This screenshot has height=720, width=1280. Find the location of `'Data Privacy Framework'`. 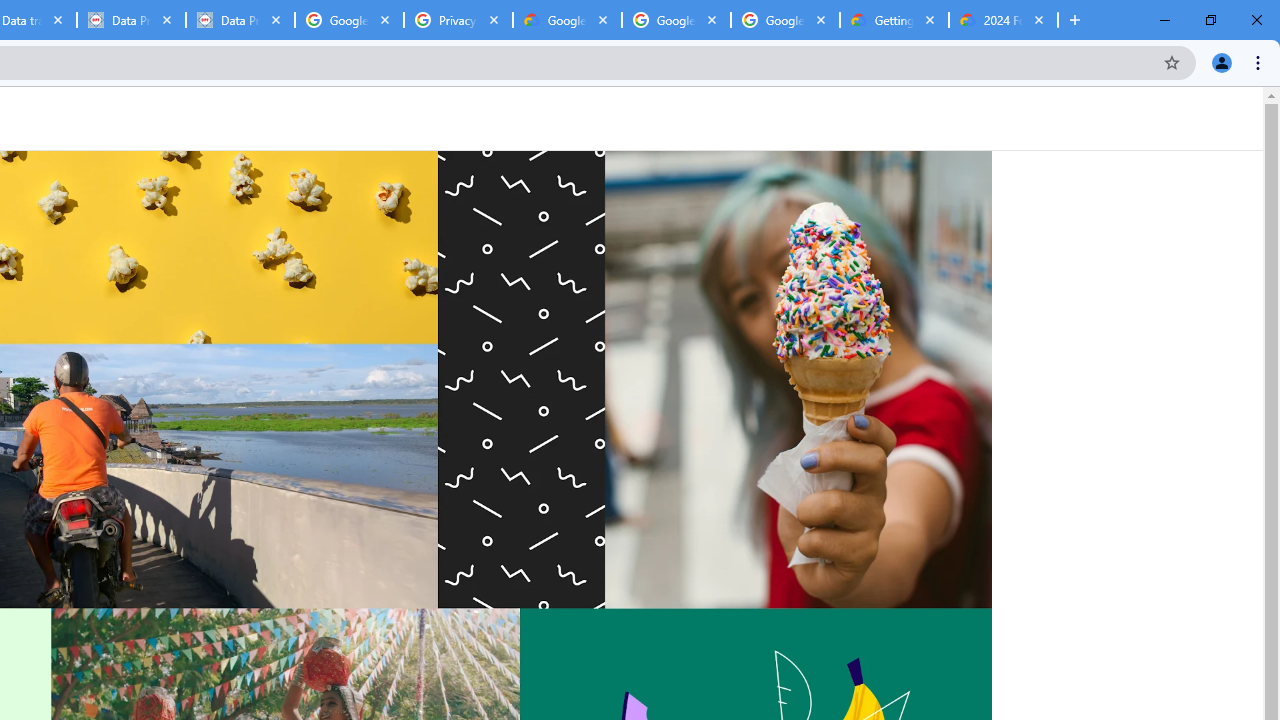

'Data Privacy Framework' is located at coordinates (240, 20).